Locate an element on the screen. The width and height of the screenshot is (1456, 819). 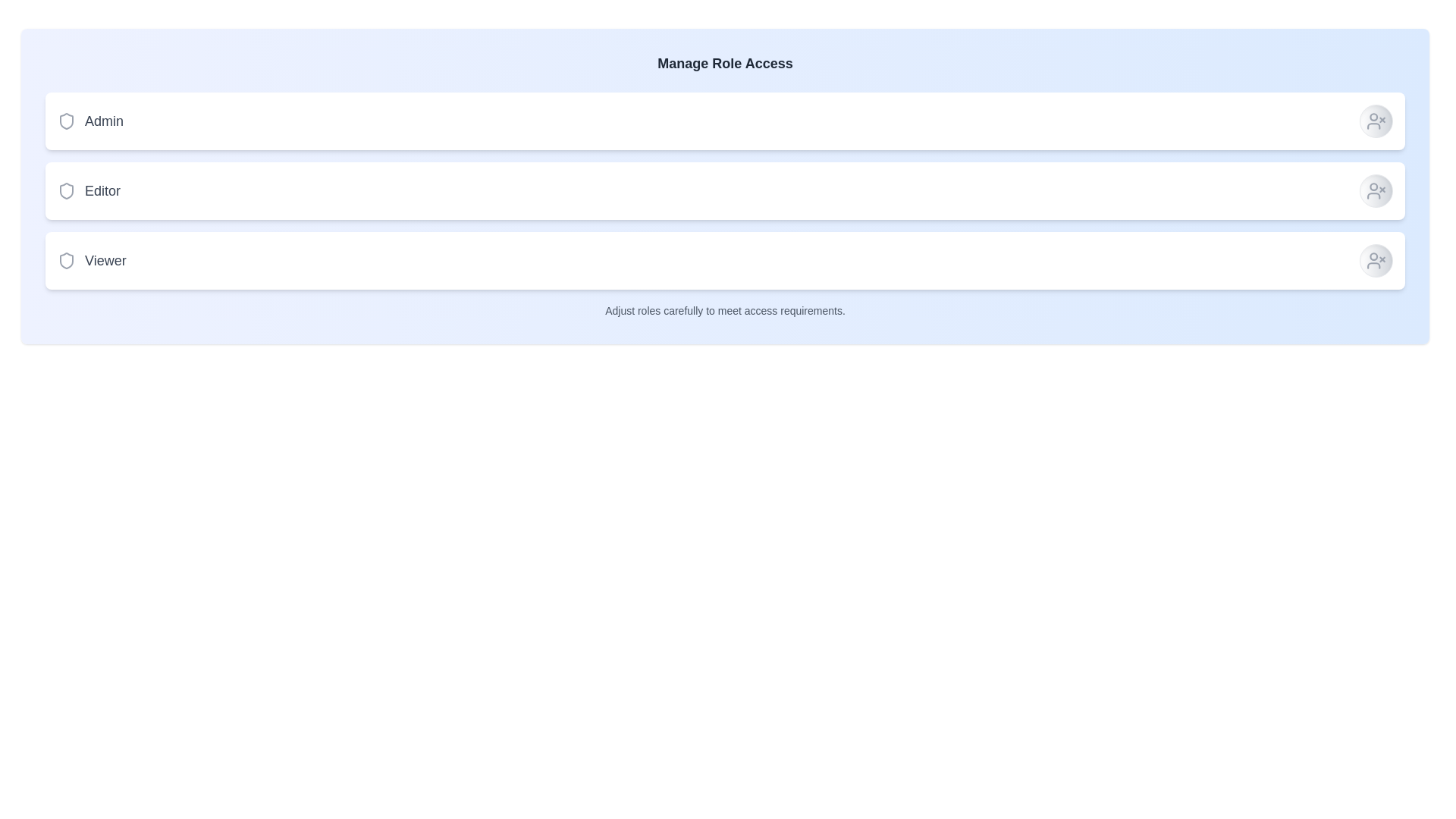
the bottom-most icon in the vertical stack of three user management action icons associated with the 'Viewer' role, located at the rightmost part of the layout is located at coordinates (1373, 265).